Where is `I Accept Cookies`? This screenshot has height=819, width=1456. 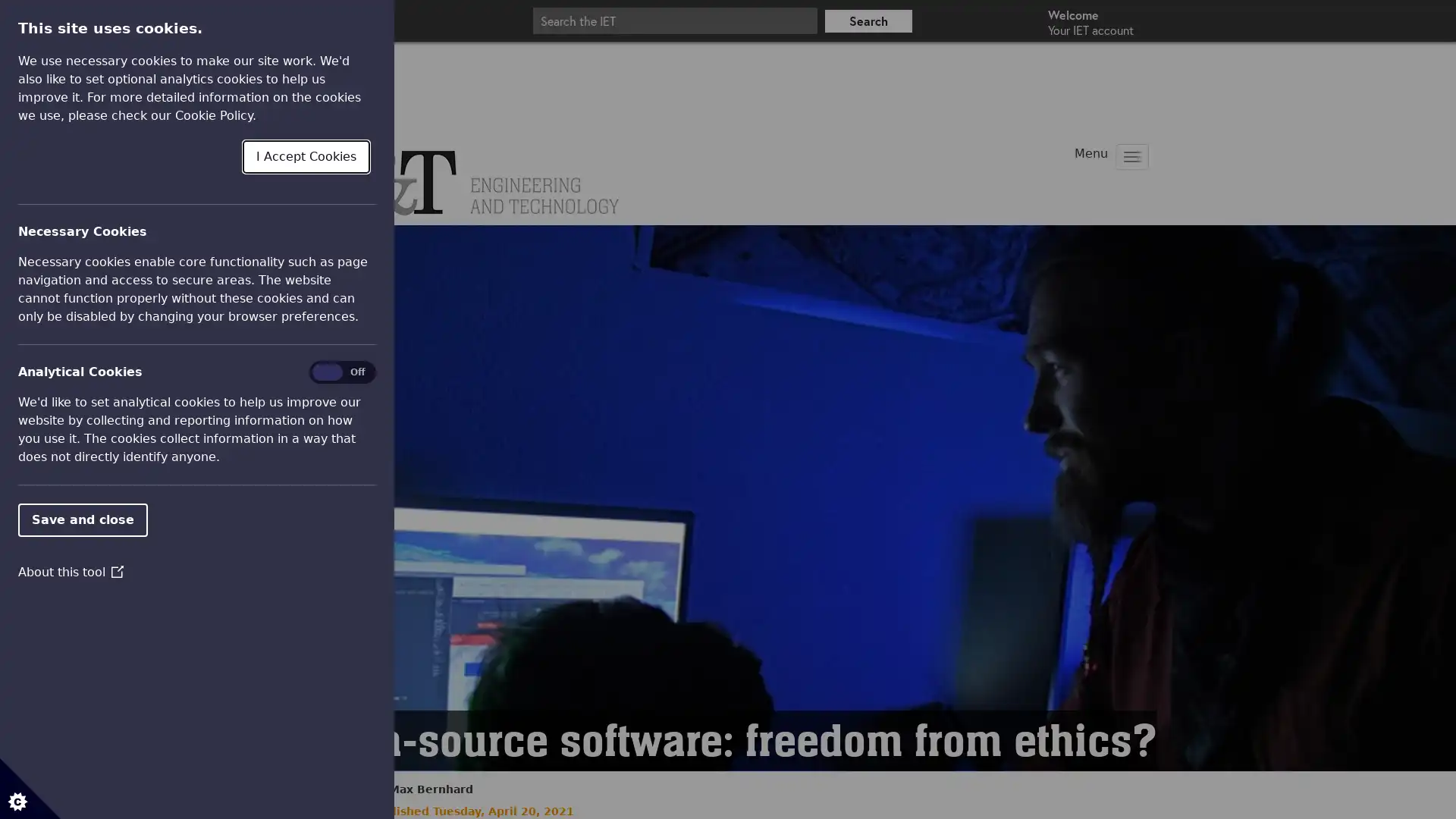 I Accept Cookies is located at coordinates (305, 155).